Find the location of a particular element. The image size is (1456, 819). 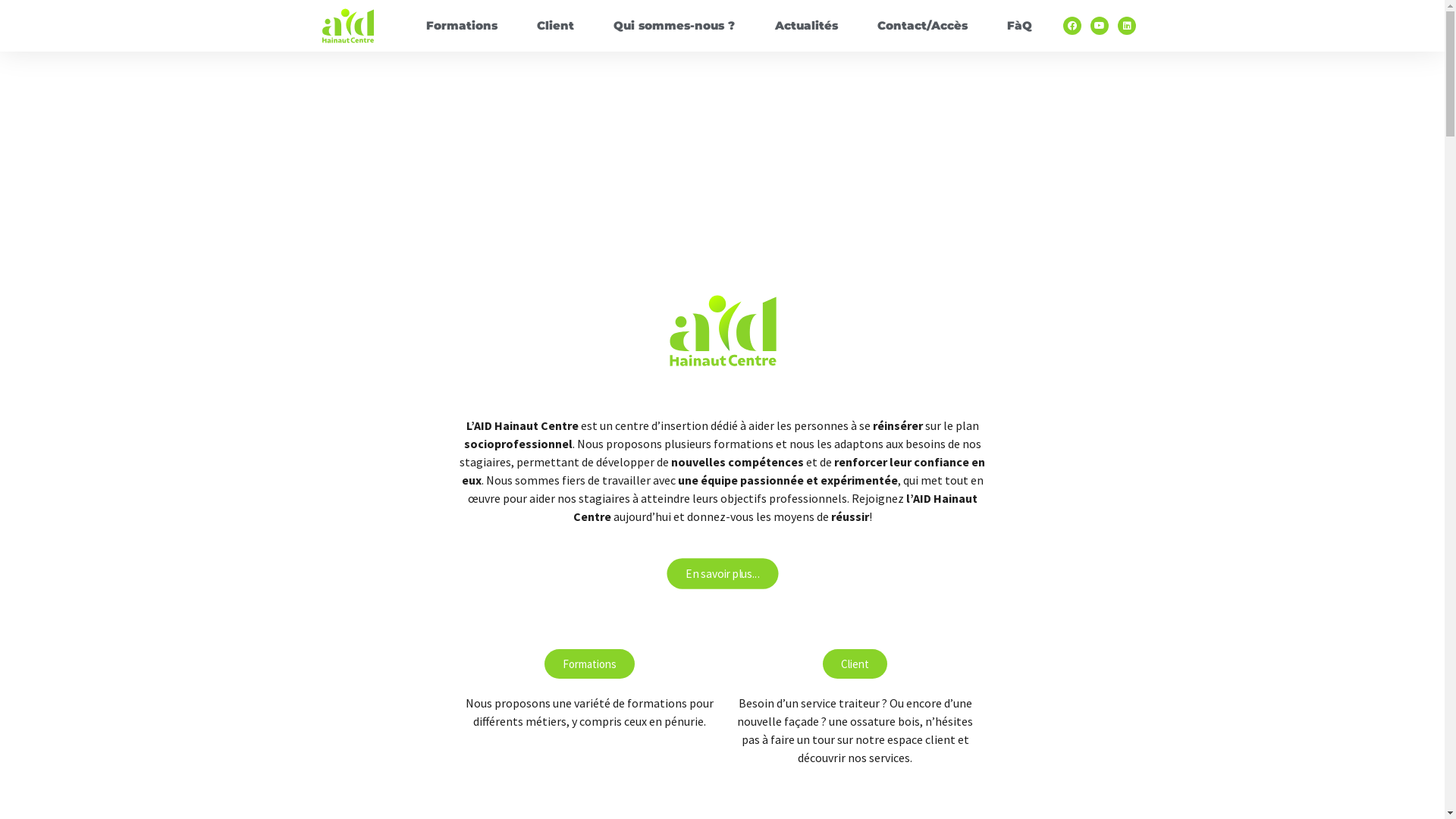

'En savoir plus...' is located at coordinates (720, 573).